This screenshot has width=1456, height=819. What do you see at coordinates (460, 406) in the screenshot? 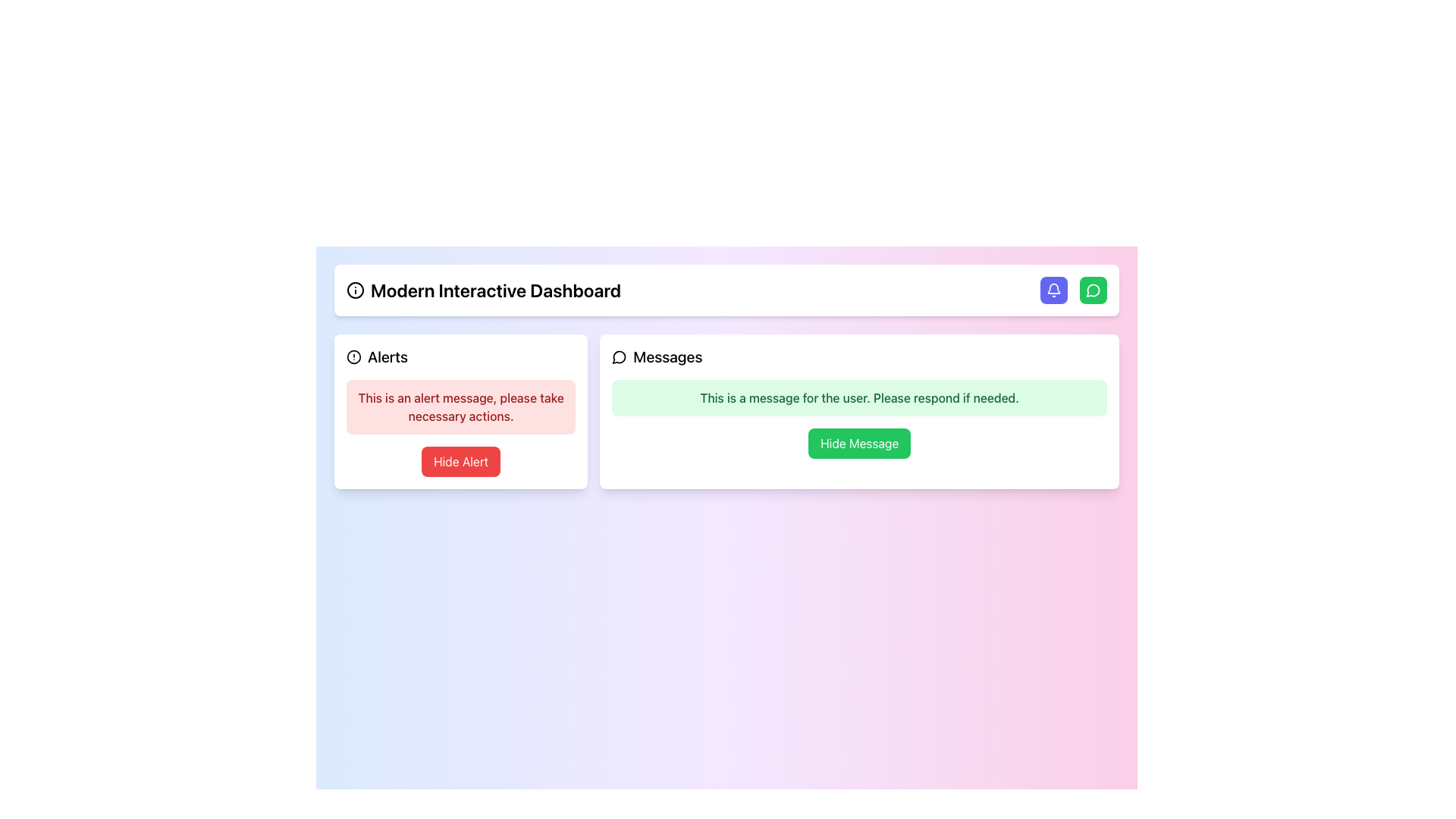
I see `warning message from the Alert Box, which has a light red background and red text stating 'This is an alert message, please take necessary actions.'` at bounding box center [460, 406].